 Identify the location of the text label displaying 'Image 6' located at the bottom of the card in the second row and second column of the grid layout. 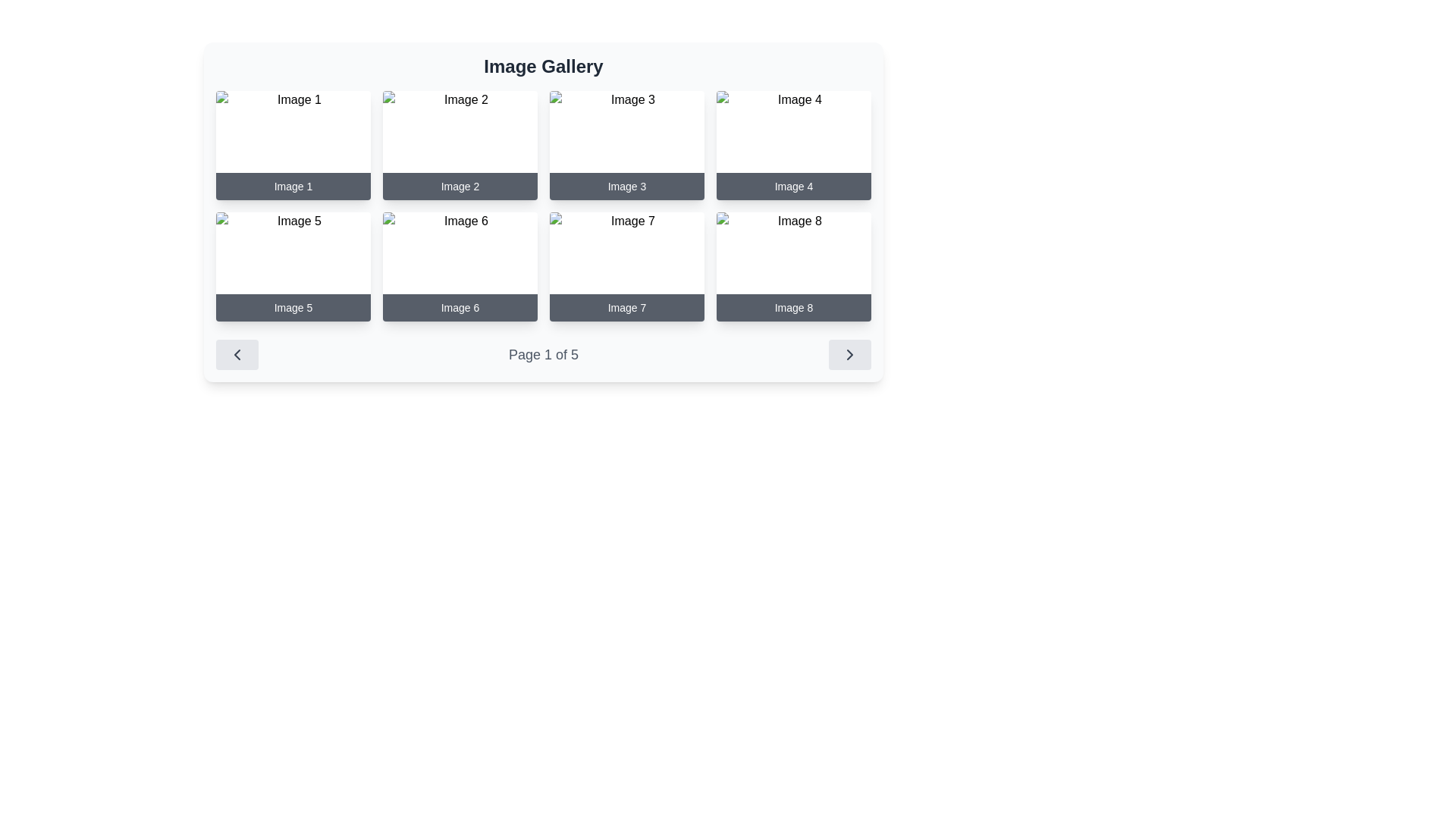
(459, 307).